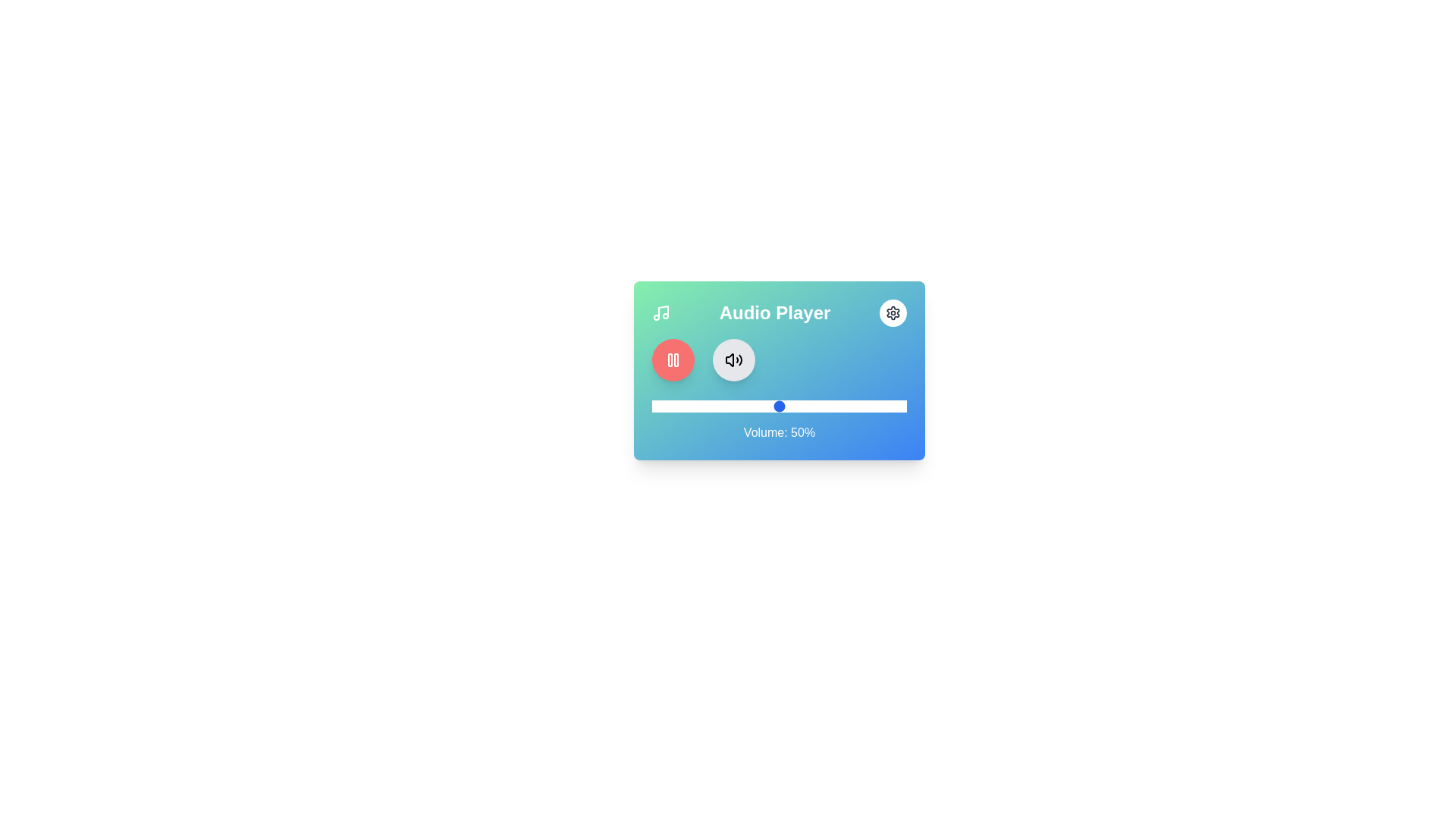  What do you see at coordinates (893, 312) in the screenshot?
I see `the cog-shaped settings icon located in the top-right corner of the audio player interface` at bounding box center [893, 312].